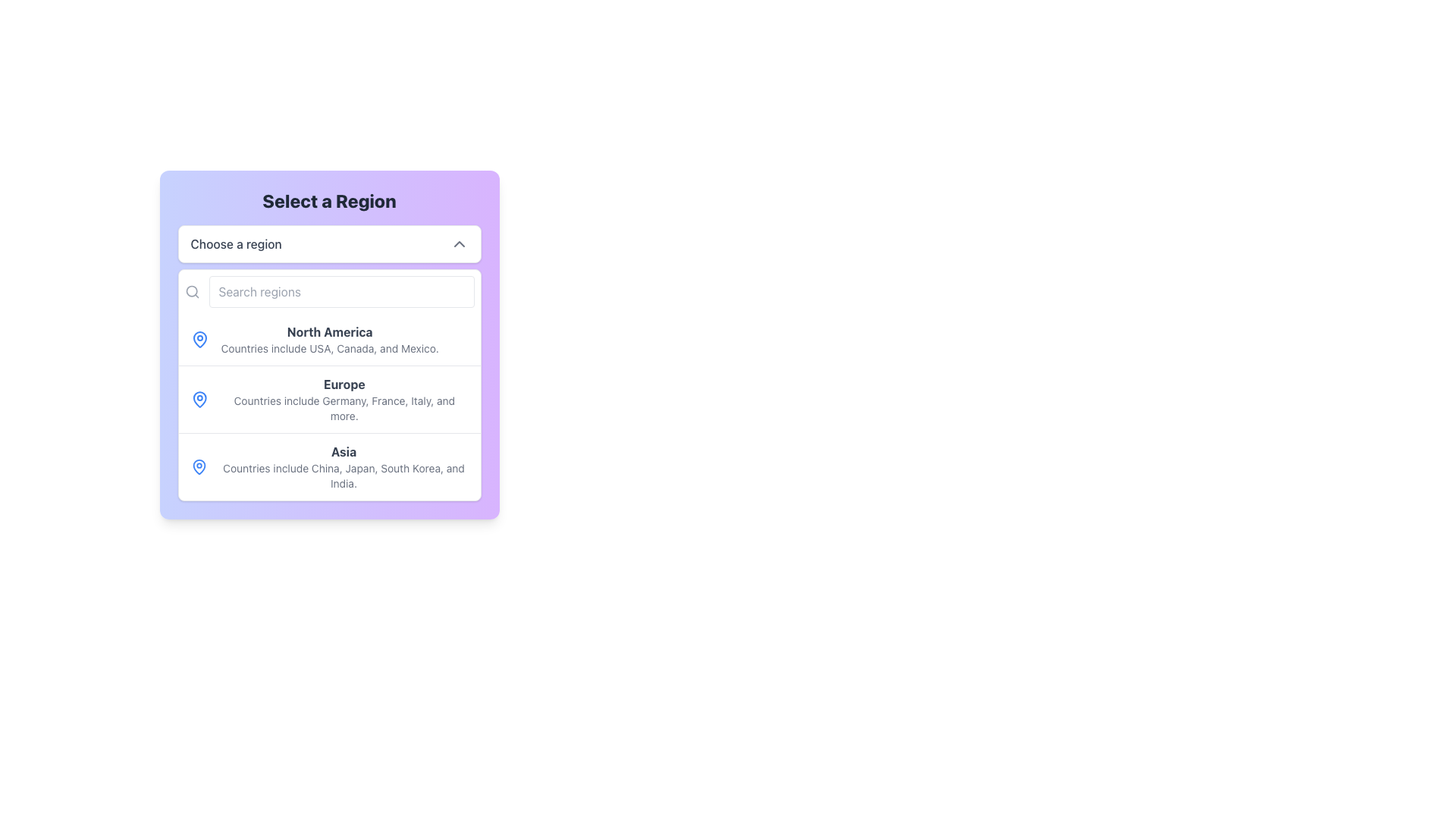 This screenshot has height=819, width=1456. What do you see at coordinates (343, 451) in the screenshot?
I see `the Text Label that identifies the 'Asia' region in the list of selectable regions` at bounding box center [343, 451].